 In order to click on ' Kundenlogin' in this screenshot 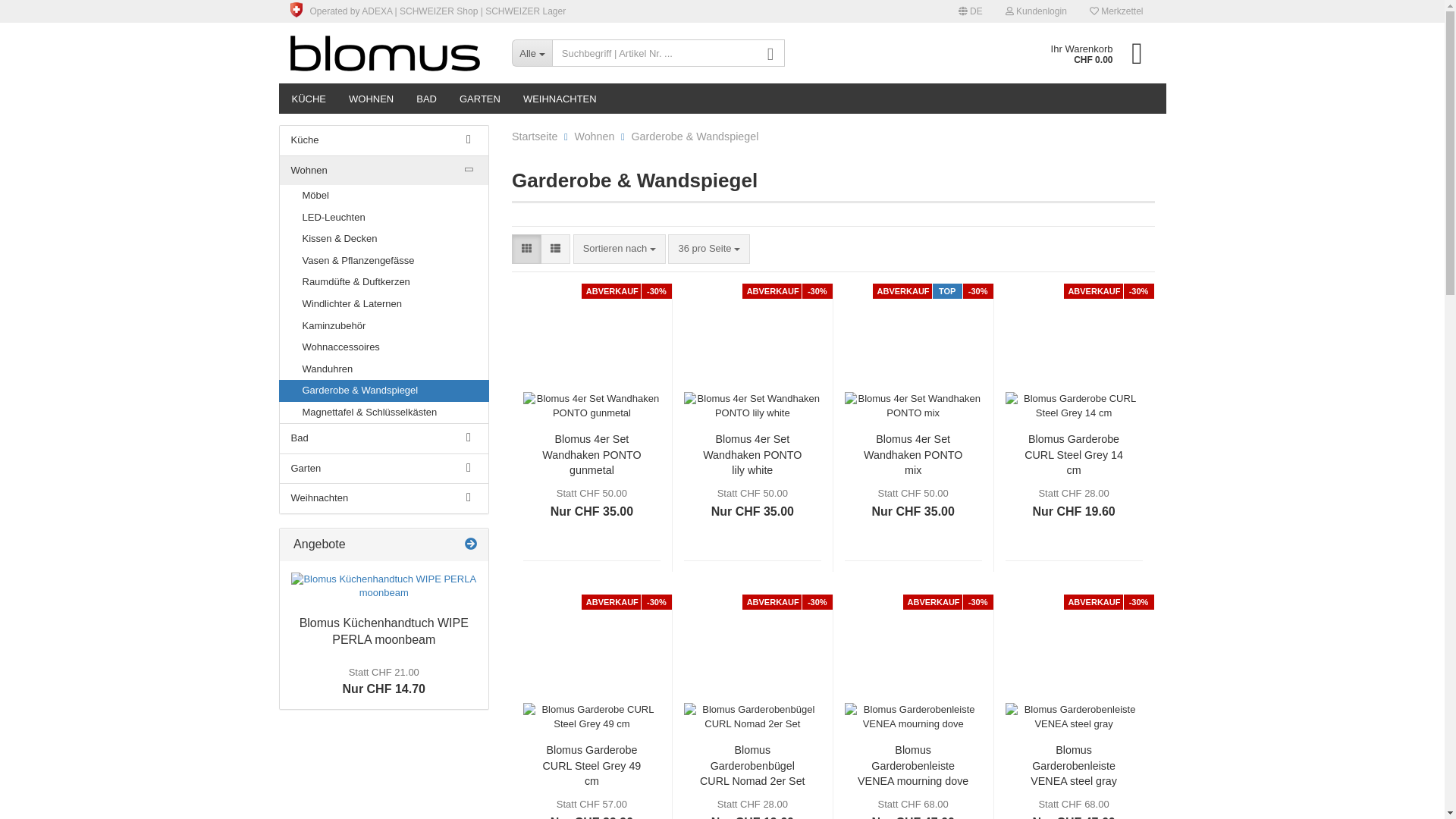, I will do `click(1035, 11)`.